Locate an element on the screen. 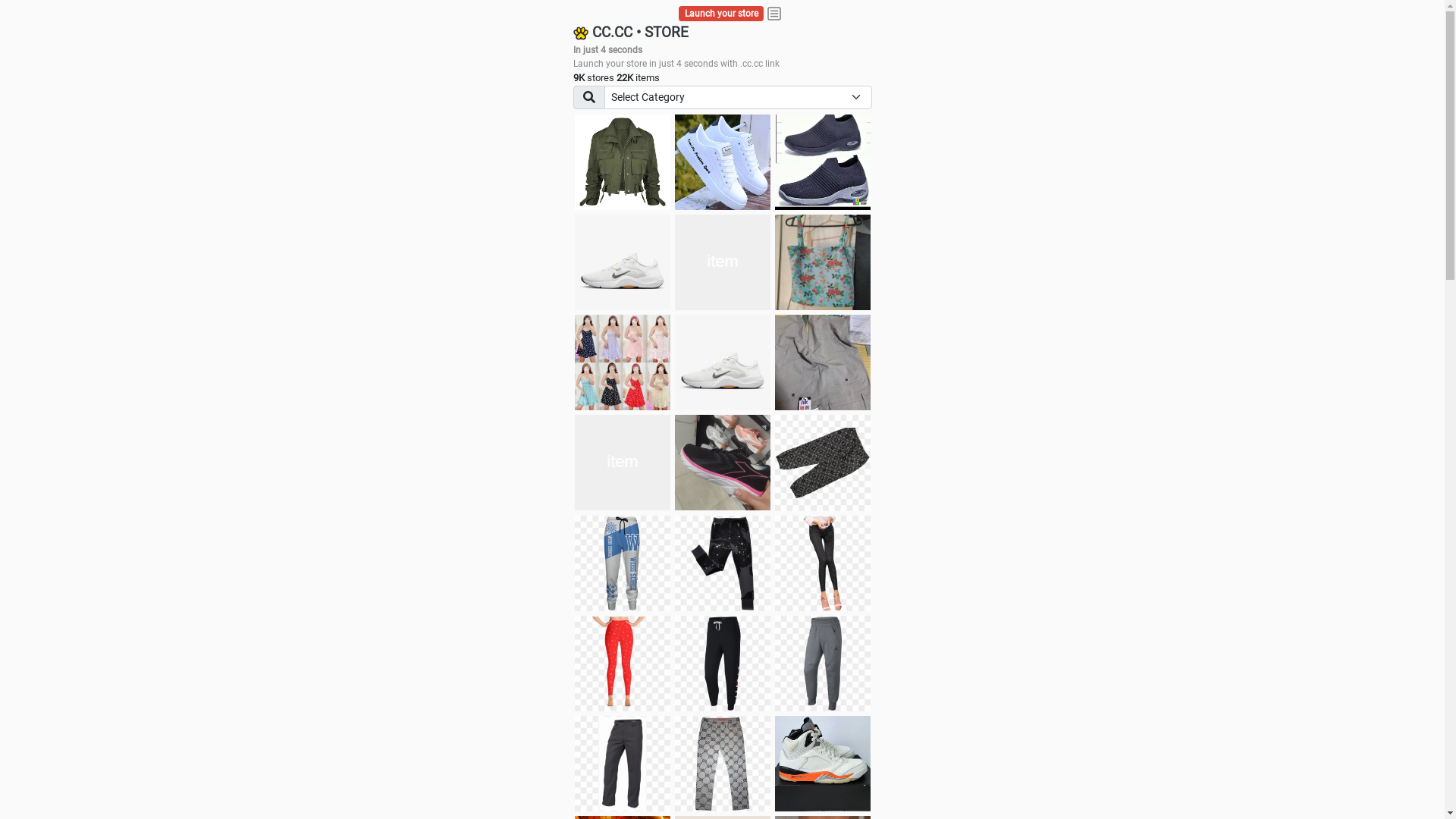  'Pant' is located at coordinates (574, 663).